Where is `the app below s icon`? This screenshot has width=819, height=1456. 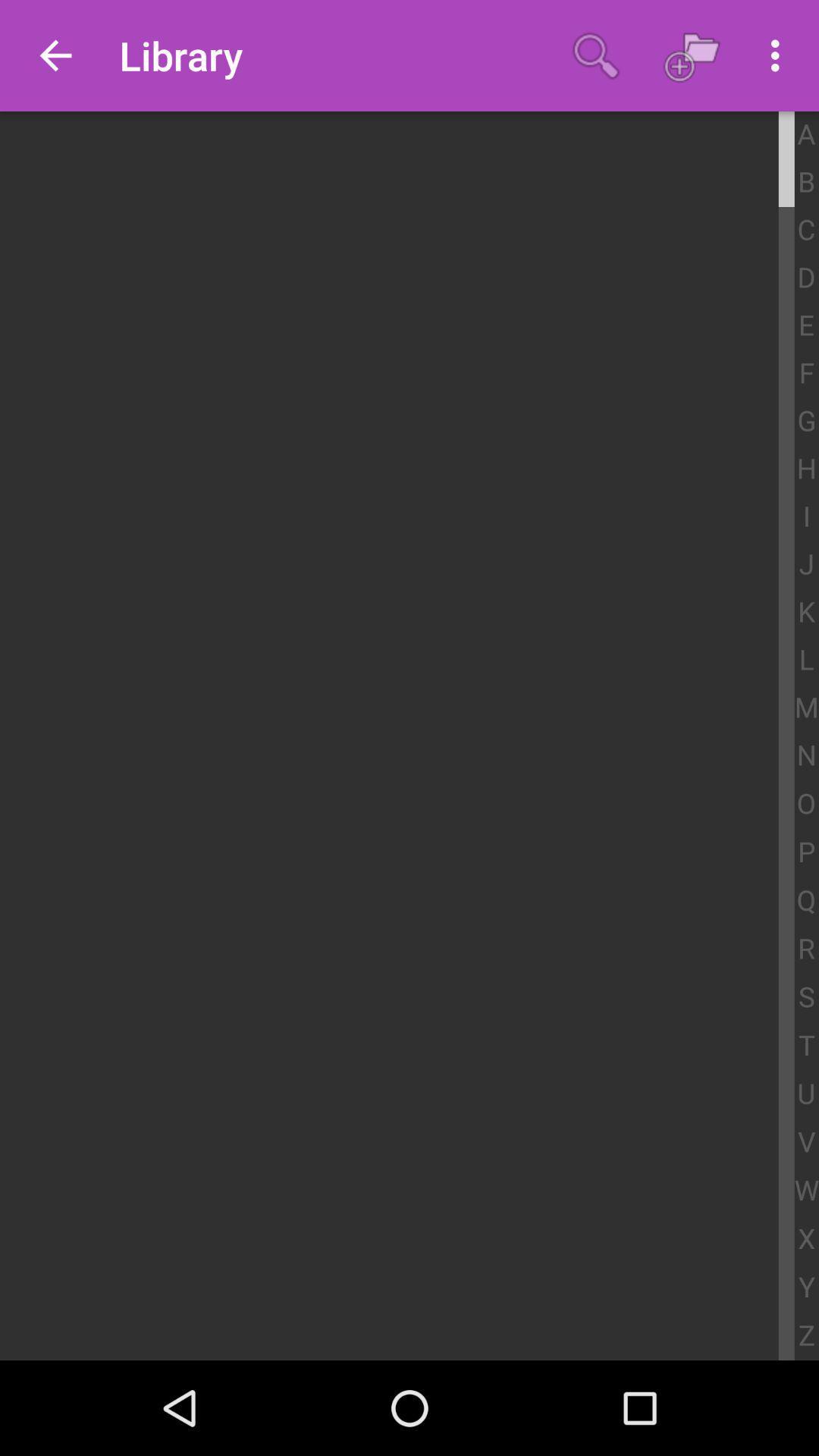
the app below s icon is located at coordinates (805, 1045).